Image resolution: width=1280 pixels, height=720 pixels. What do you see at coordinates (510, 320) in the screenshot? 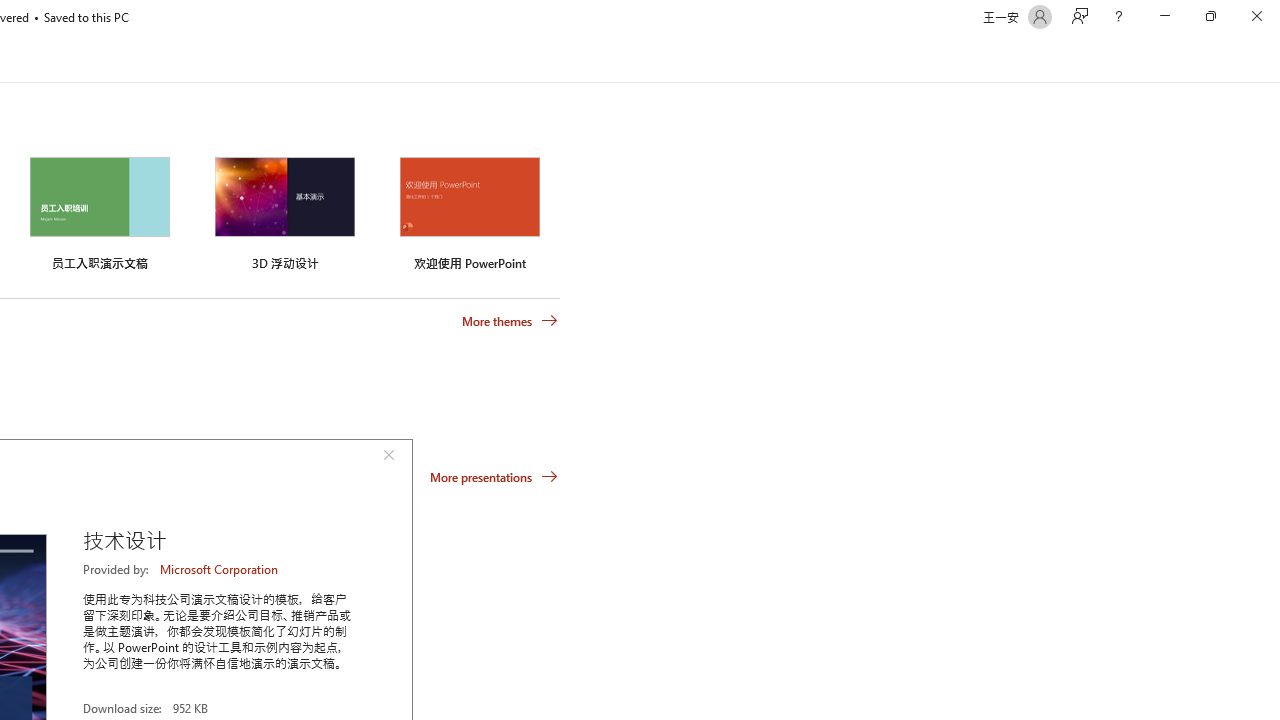
I see `'More themes'` at bounding box center [510, 320].